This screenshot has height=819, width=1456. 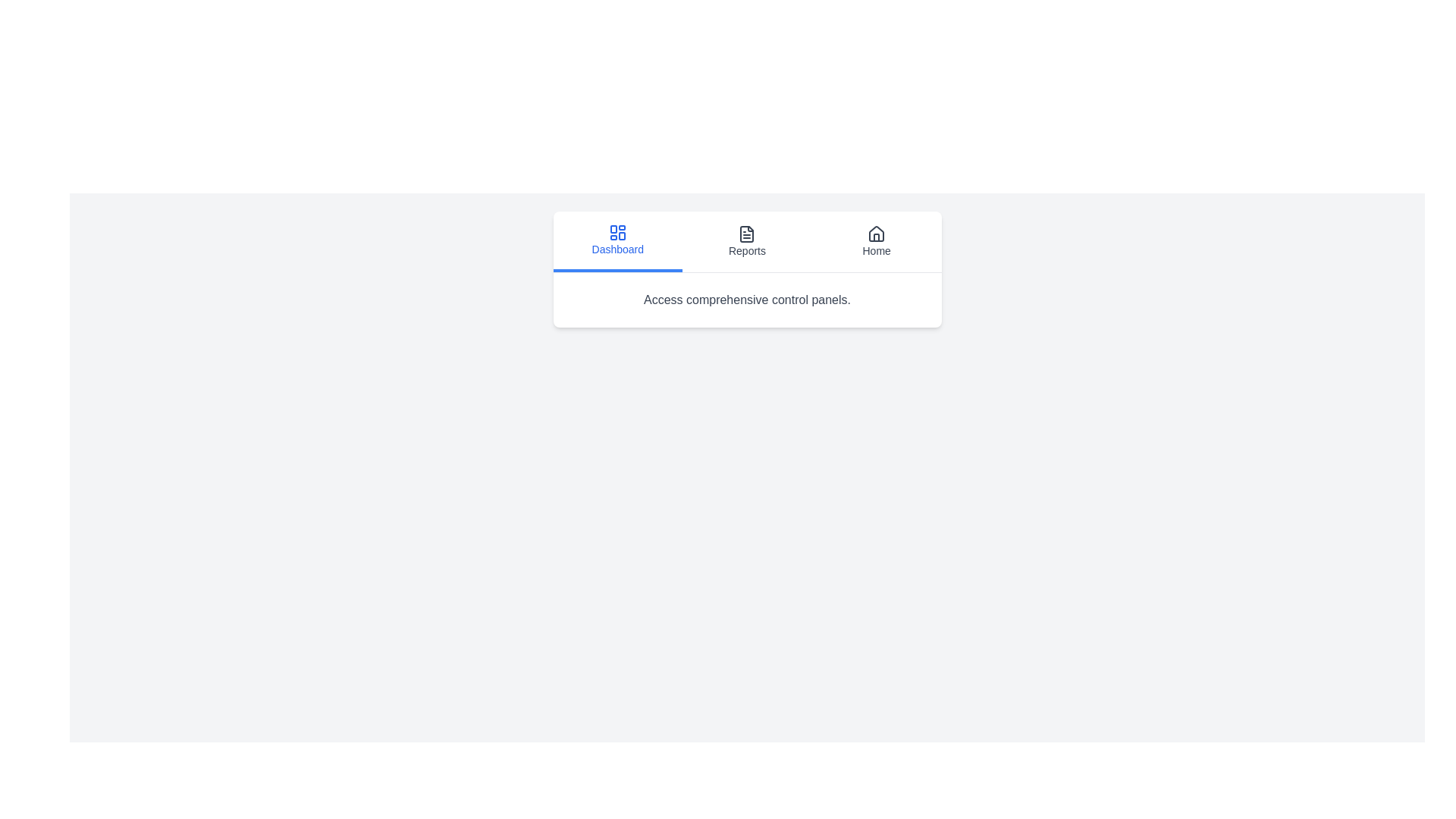 I want to click on the tab labeled Dashboard, so click(x=617, y=241).